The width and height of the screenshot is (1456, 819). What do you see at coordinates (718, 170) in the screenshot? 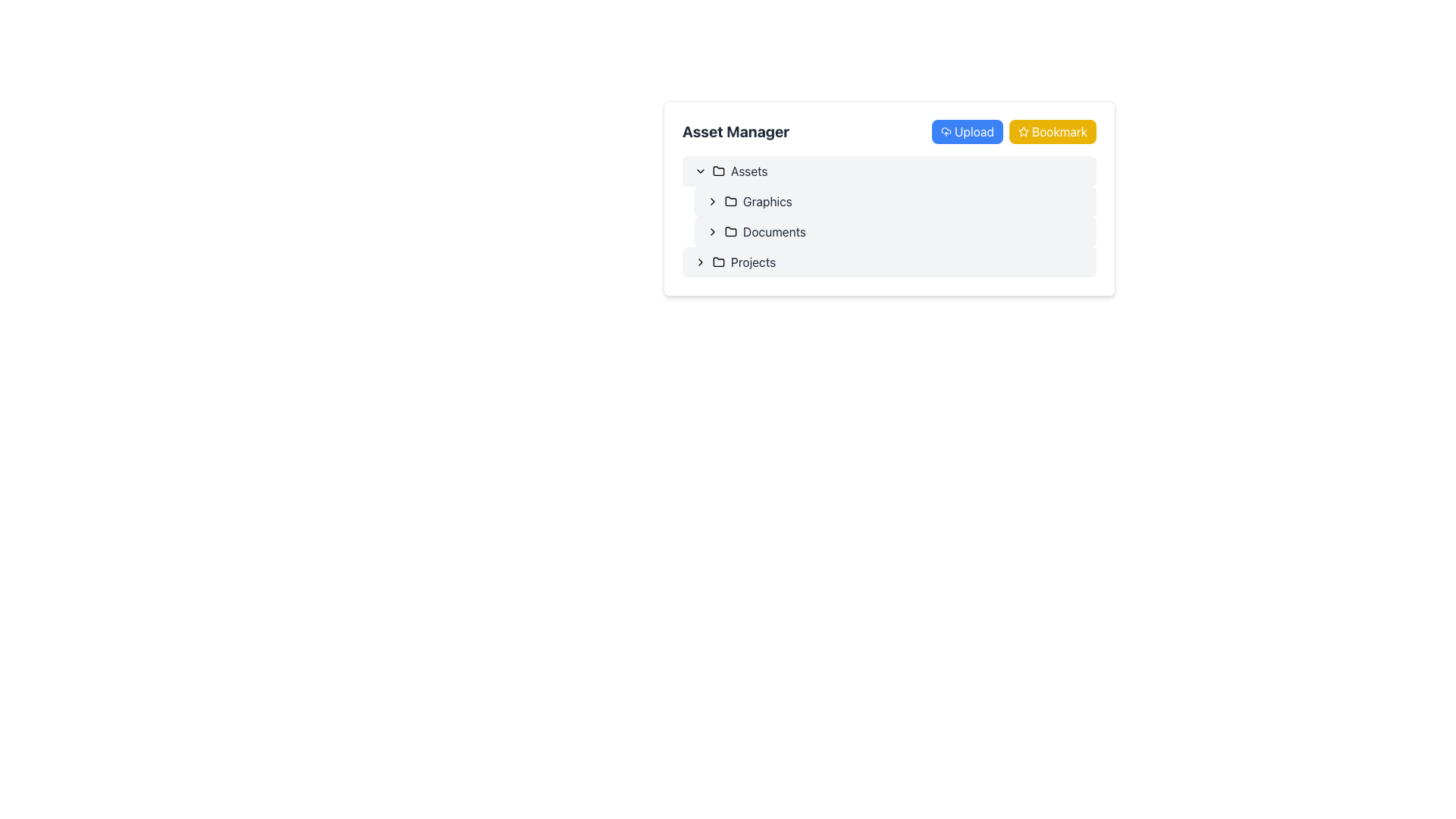
I see `the folder icon representing the 'Assets' folder` at bounding box center [718, 170].